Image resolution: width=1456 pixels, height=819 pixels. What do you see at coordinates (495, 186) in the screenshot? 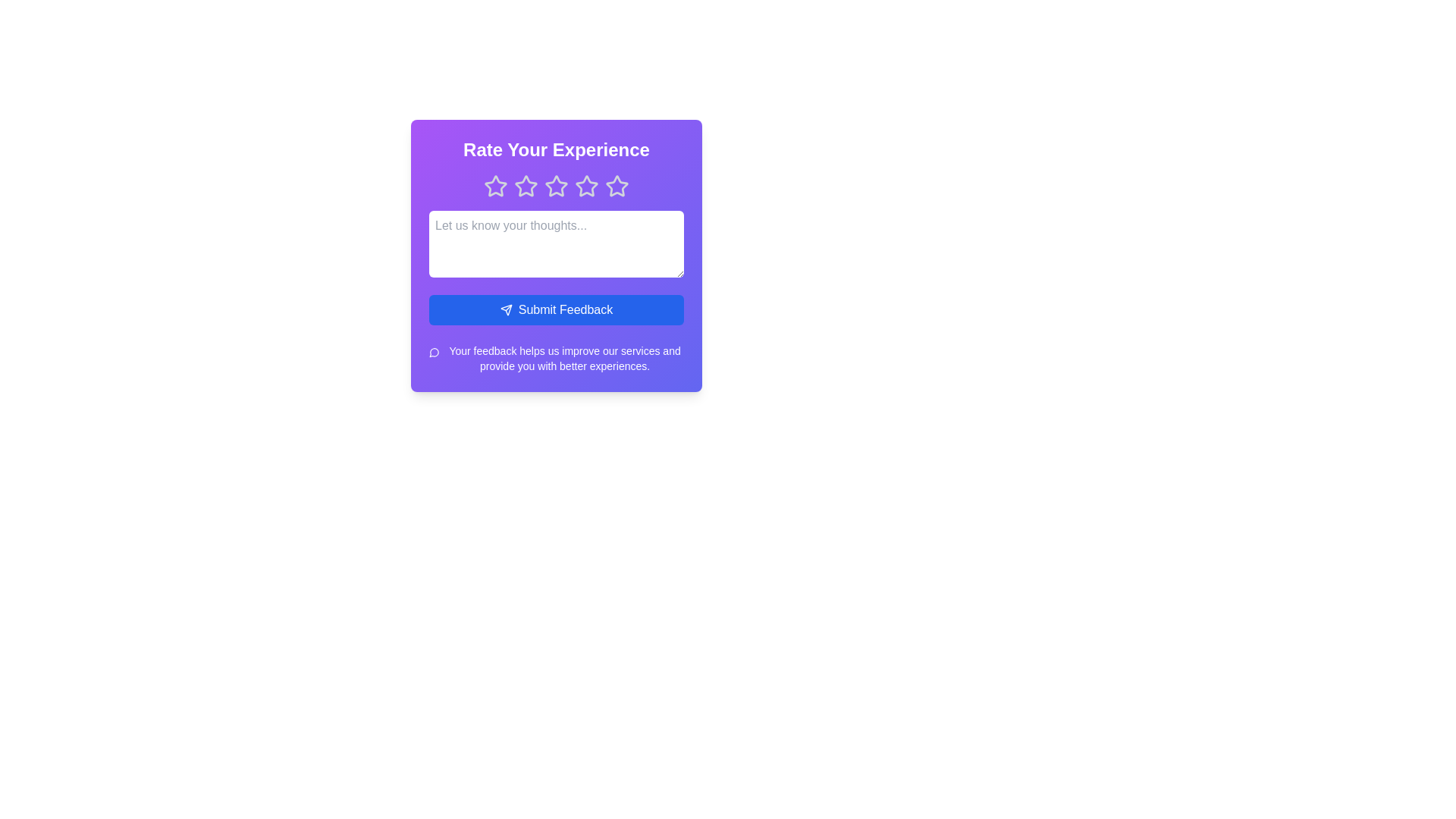
I see `the first star-shaped icon in the rating interface` at bounding box center [495, 186].